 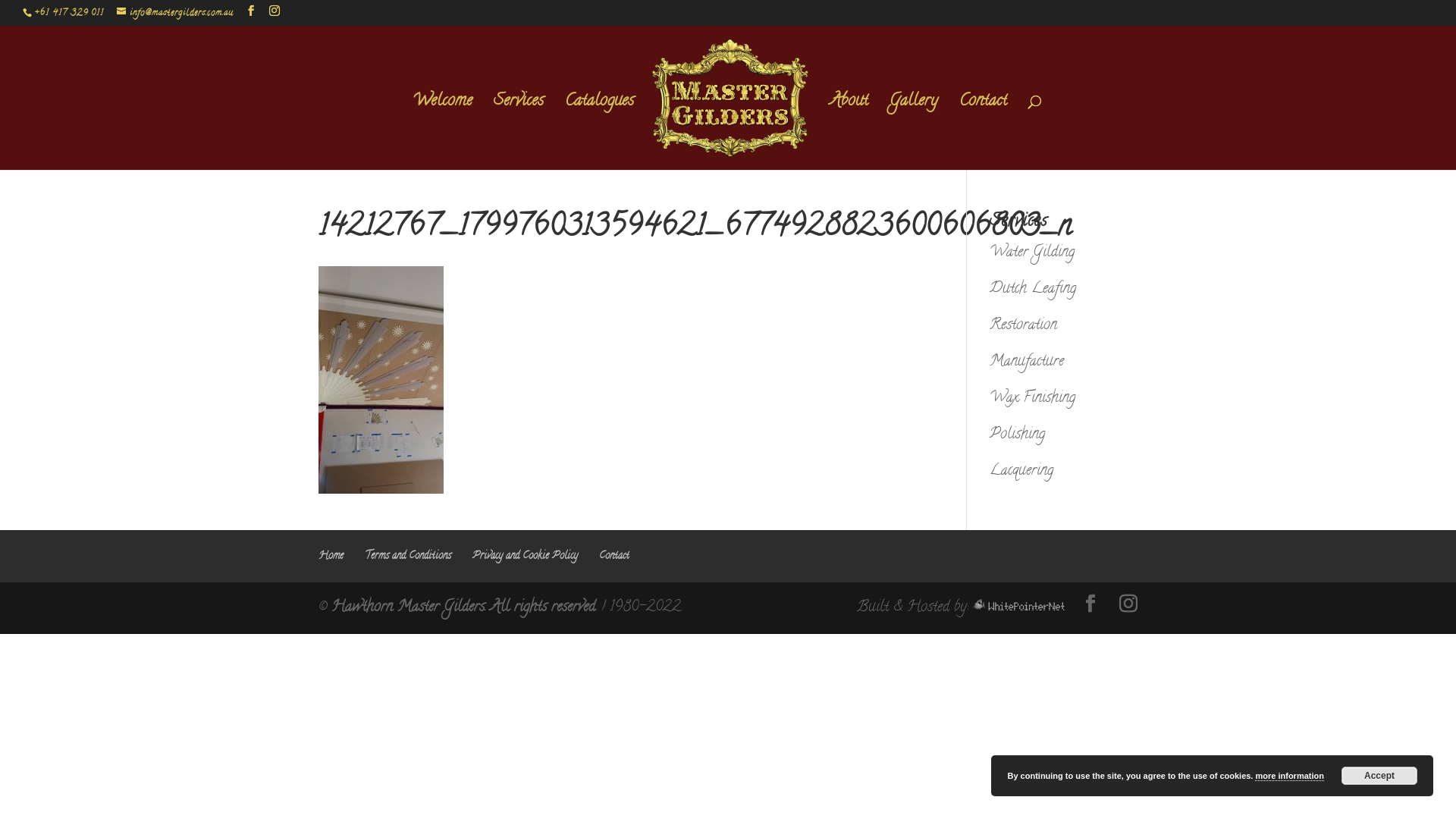 What do you see at coordinates (518, 132) in the screenshot?
I see `'Services'` at bounding box center [518, 132].